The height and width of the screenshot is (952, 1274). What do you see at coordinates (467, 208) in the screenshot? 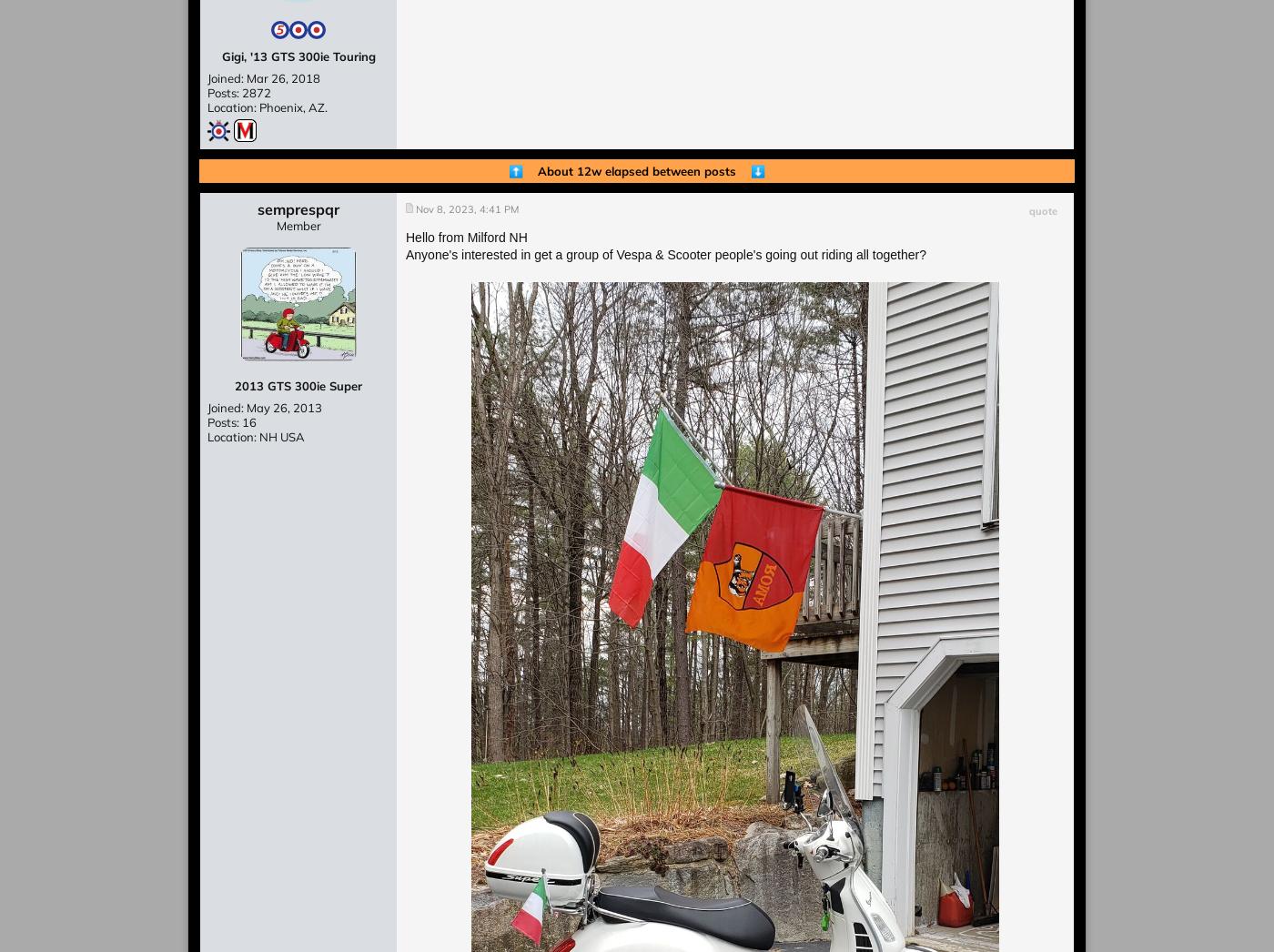
I see `'Nov 8, 2023, 4:41 PM'` at bounding box center [467, 208].